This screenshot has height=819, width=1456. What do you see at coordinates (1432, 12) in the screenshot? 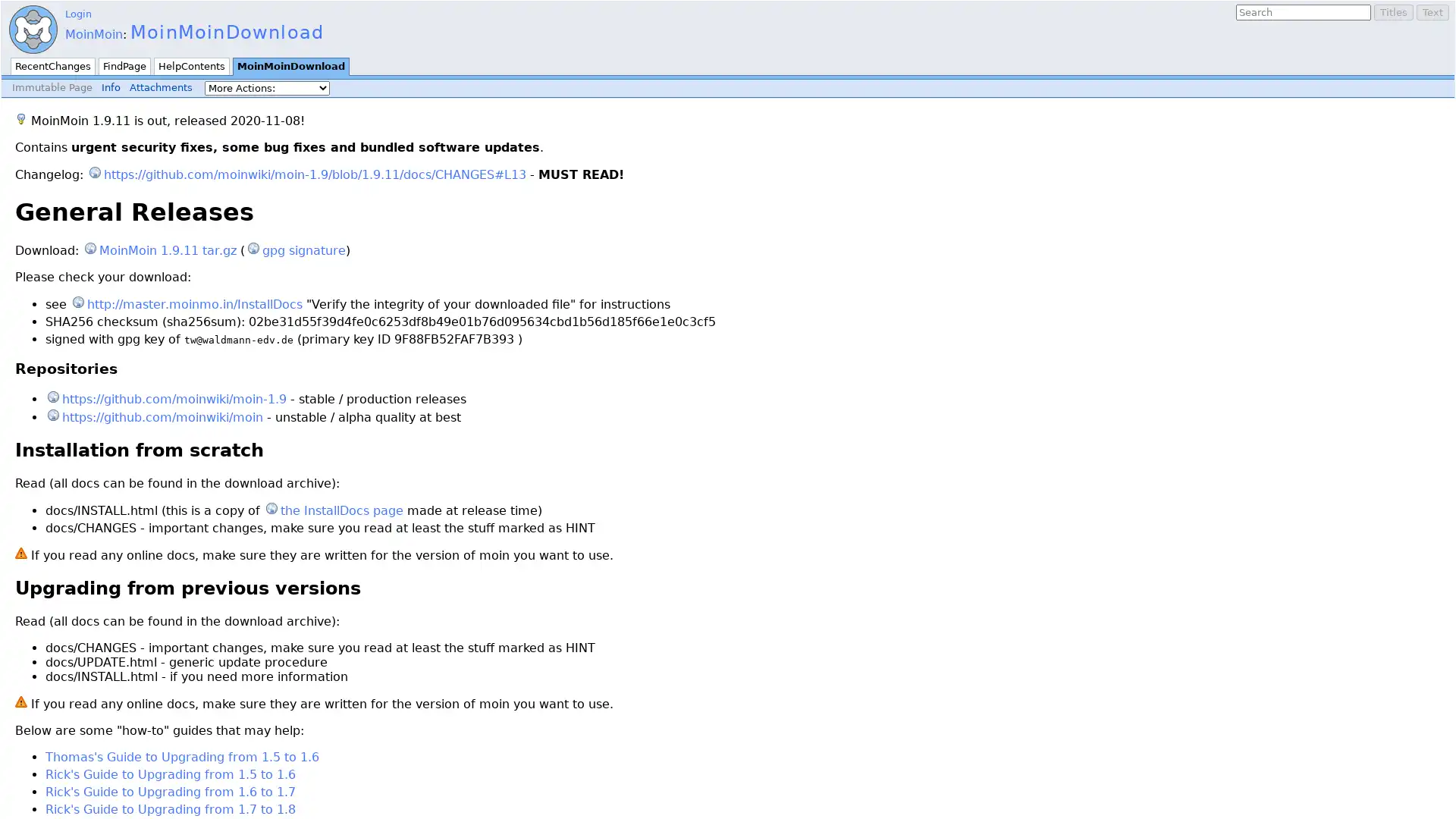
I see `Text` at bounding box center [1432, 12].